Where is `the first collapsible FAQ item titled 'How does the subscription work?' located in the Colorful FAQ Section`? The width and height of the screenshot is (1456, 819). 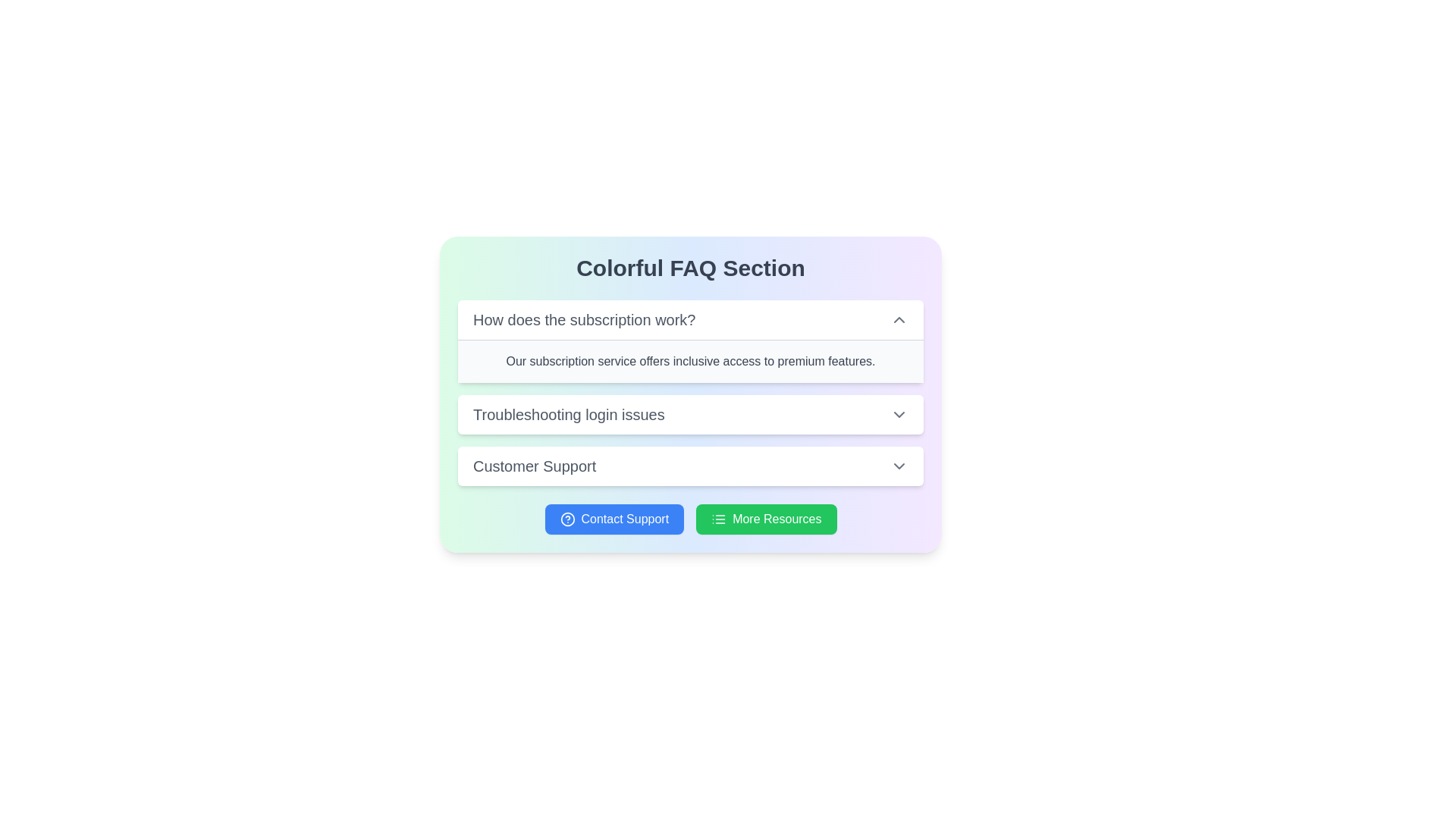 the first collapsible FAQ item titled 'How does the subscription work?' located in the Colorful FAQ Section is located at coordinates (690, 341).